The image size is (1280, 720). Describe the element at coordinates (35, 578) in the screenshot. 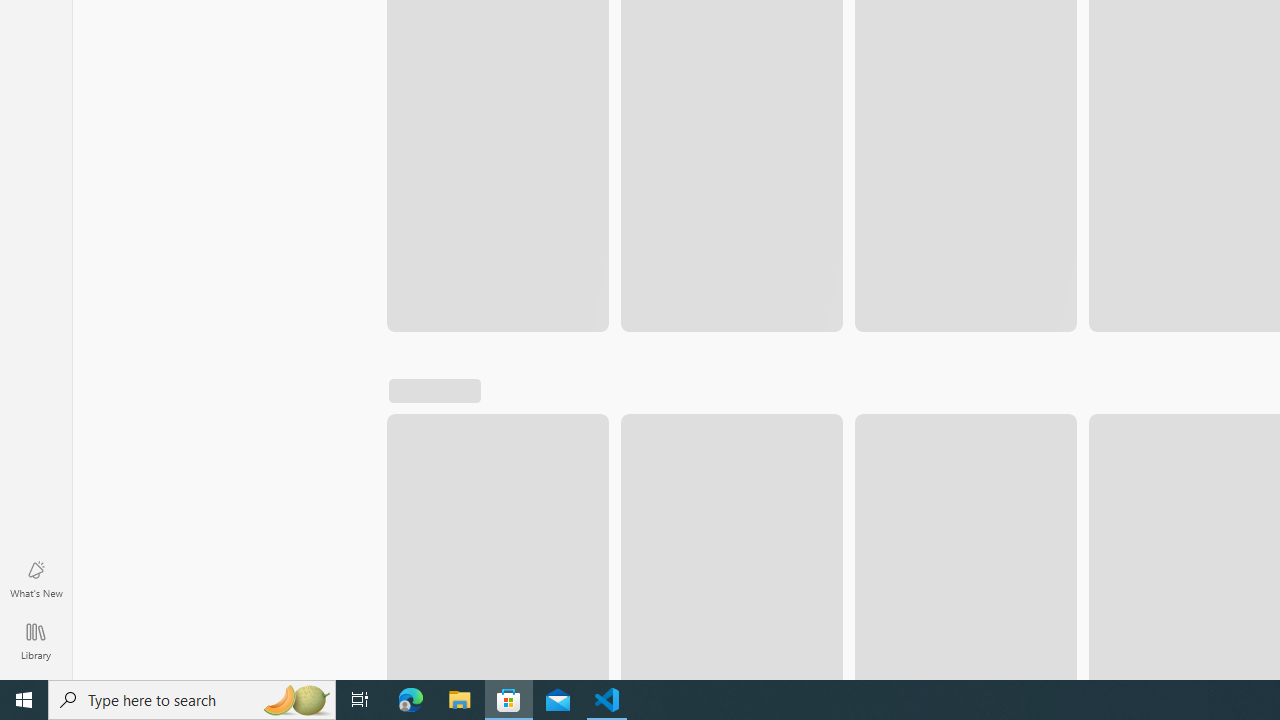

I see `'What'` at that location.